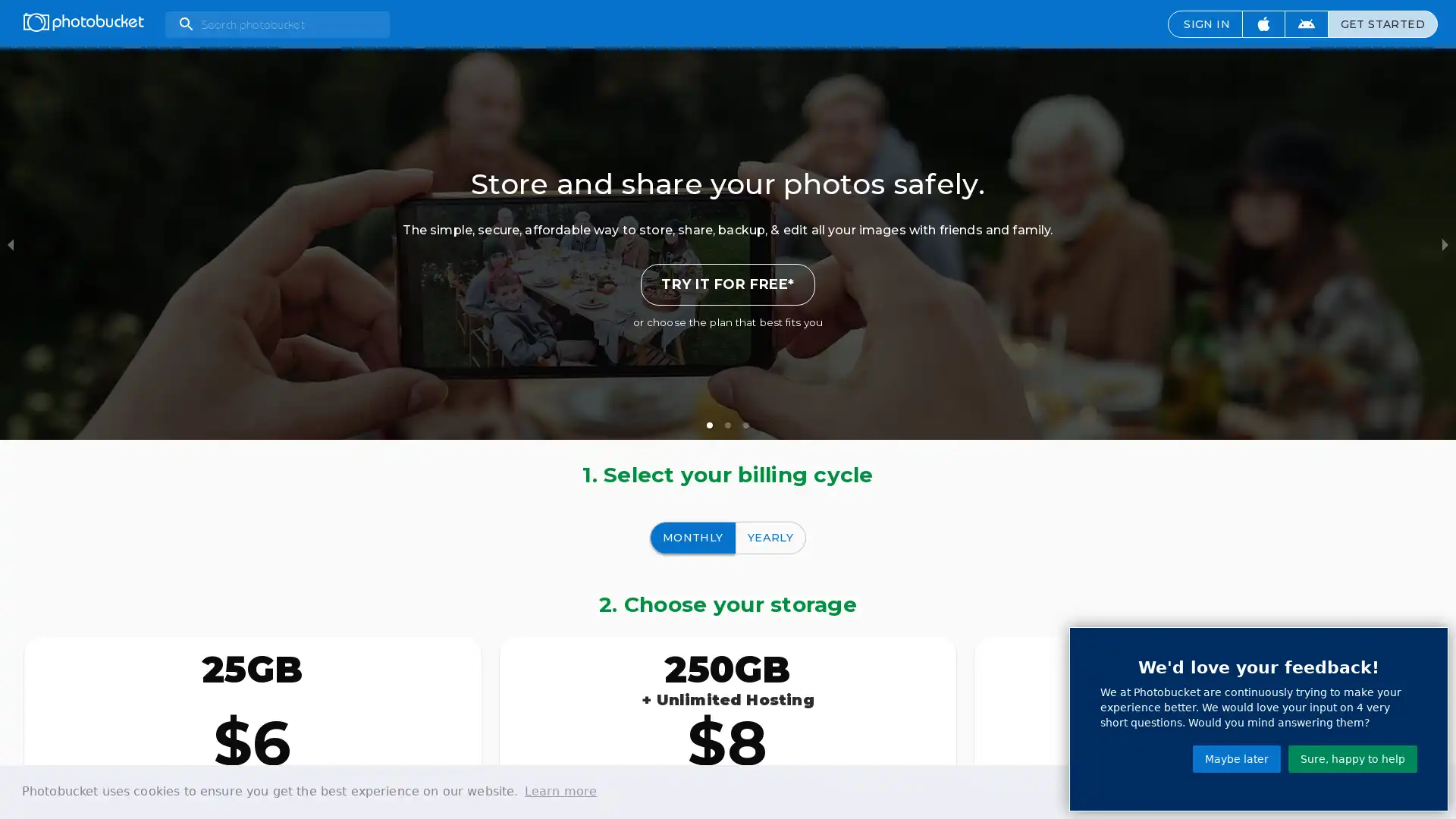 Image resolution: width=1456 pixels, height=819 pixels. What do you see at coordinates (1263, 24) in the screenshot?
I see `Download iOS` at bounding box center [1263, 24].